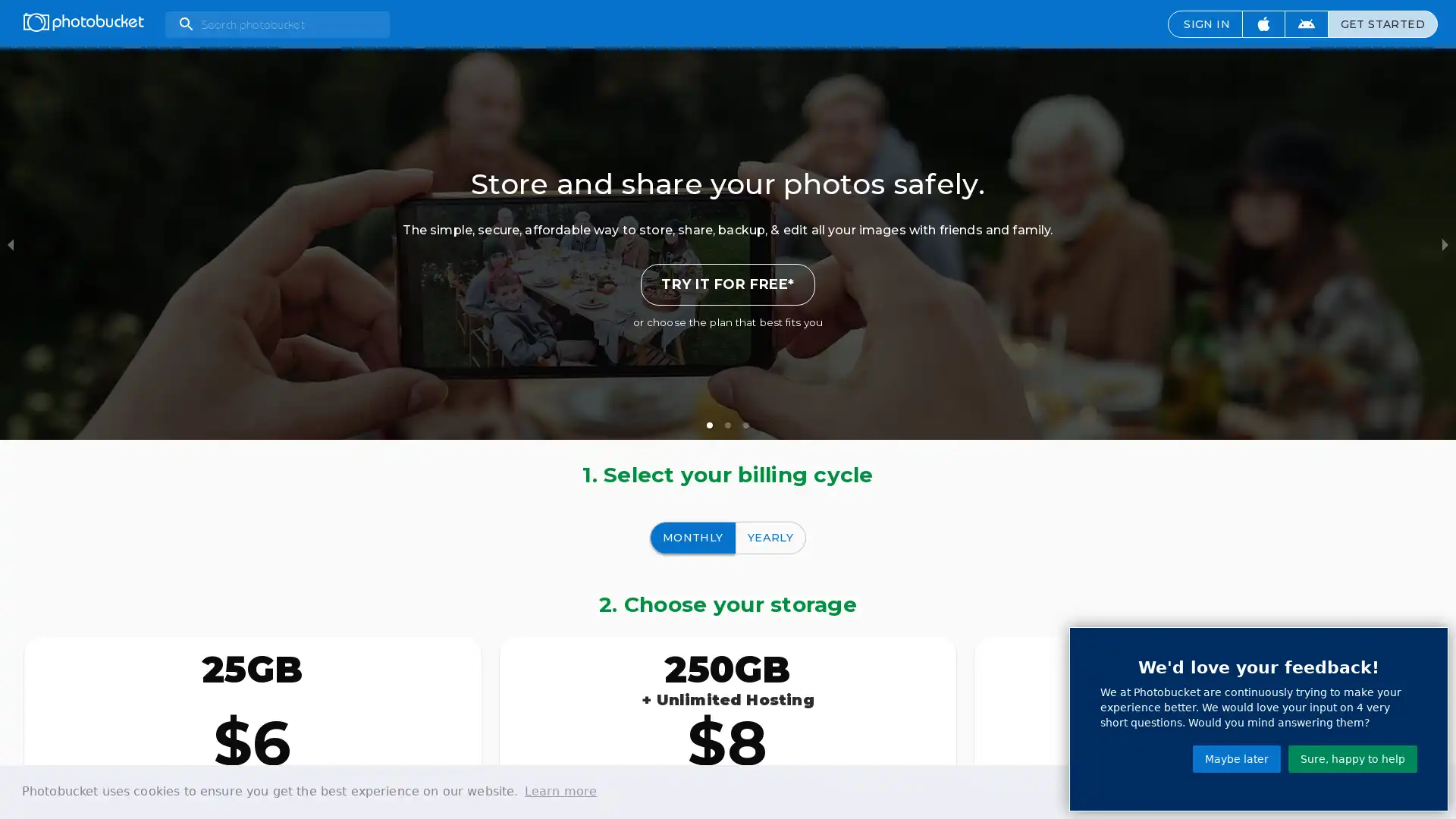 Image resolution: width=1456 pixels, height=819 pixels. What do you see at coordinates (1263, 24) in the screenshot?
I see `Download iOS` at bounding box center [1263, 24].